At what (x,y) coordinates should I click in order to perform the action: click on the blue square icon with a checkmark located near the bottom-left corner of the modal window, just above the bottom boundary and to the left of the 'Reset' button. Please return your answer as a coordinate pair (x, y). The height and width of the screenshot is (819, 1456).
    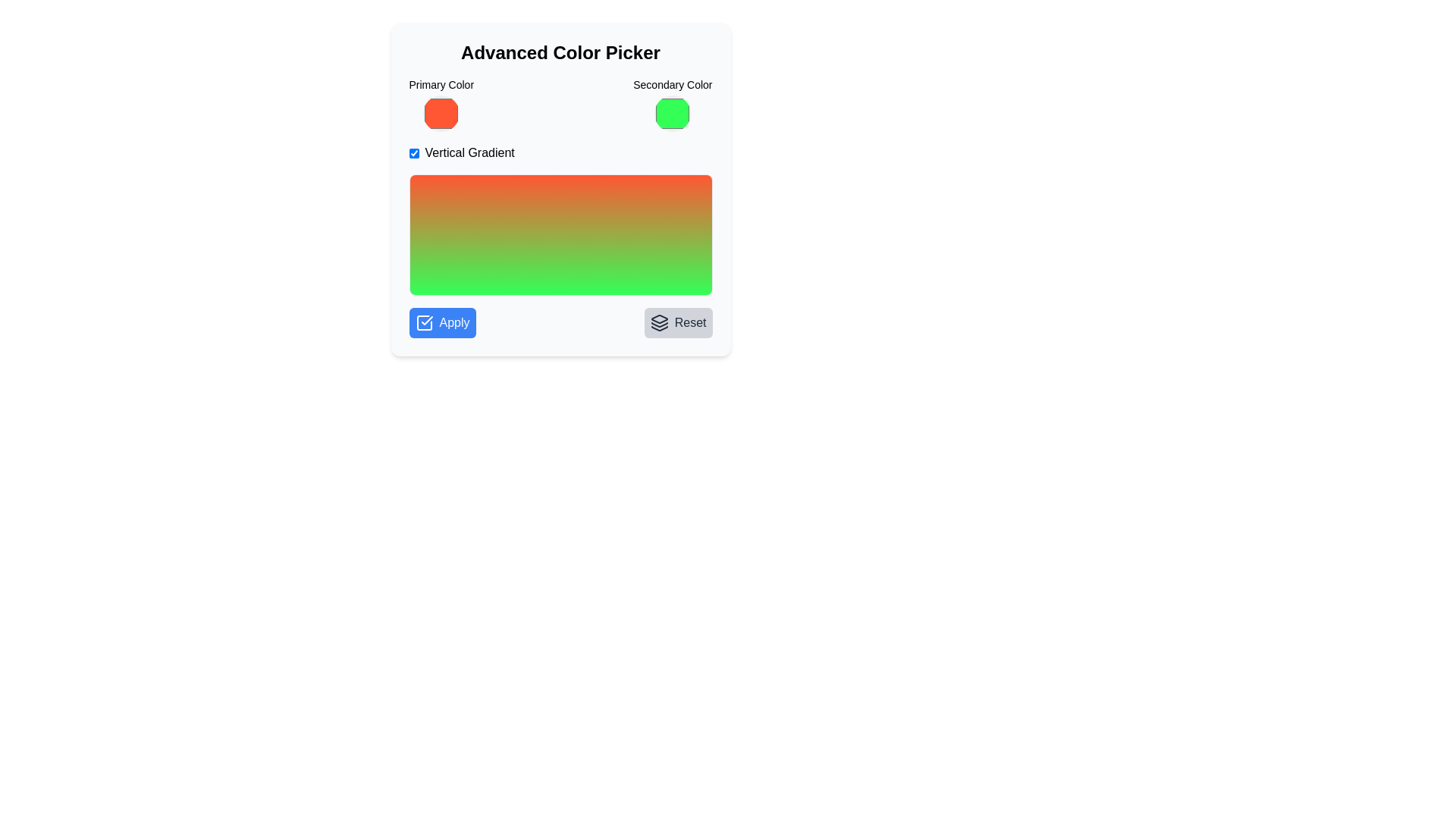
    Looking at the image, I should click on (424, 322).